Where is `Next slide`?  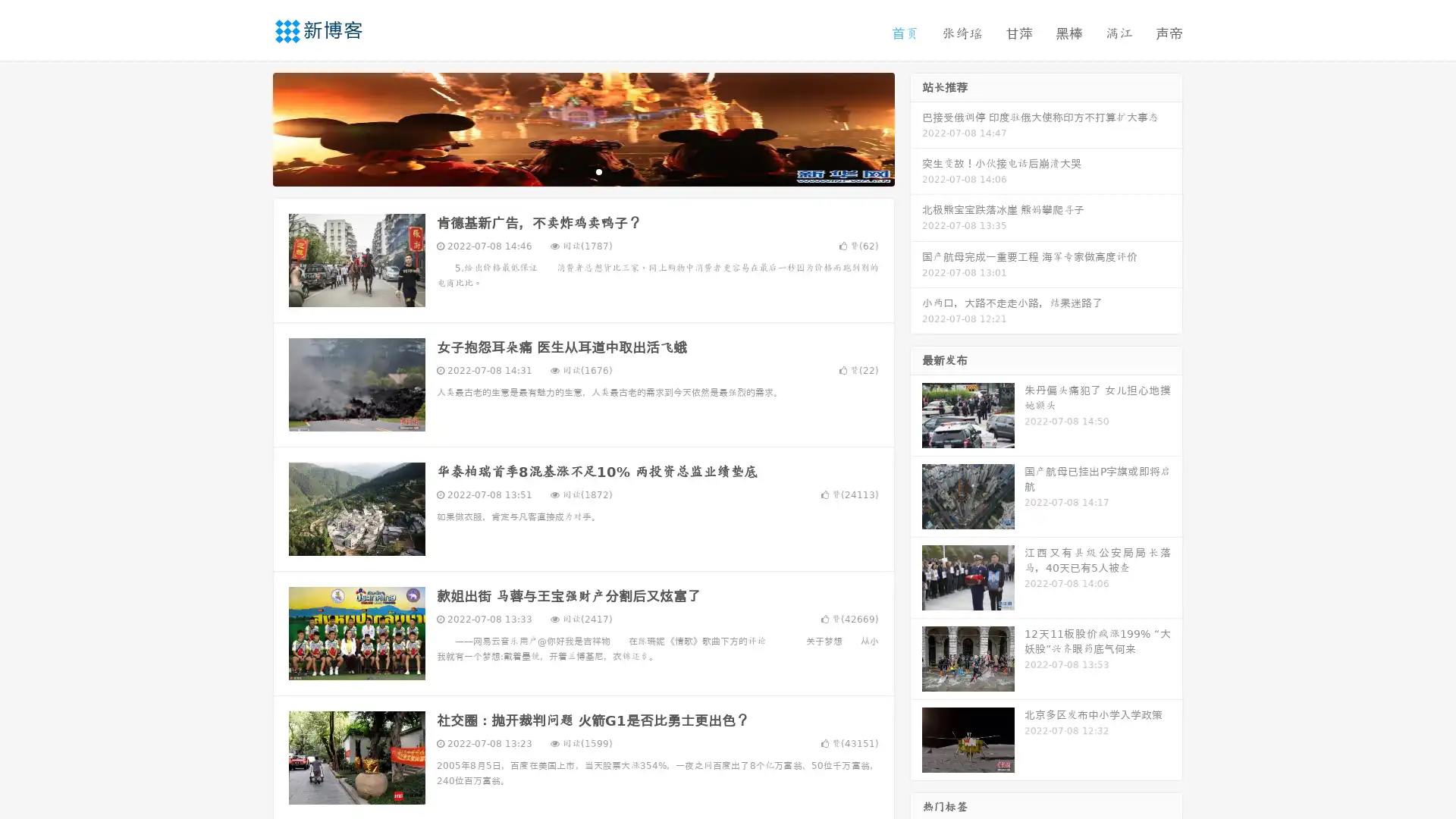 Next slide is located at coordinates (916, 127).